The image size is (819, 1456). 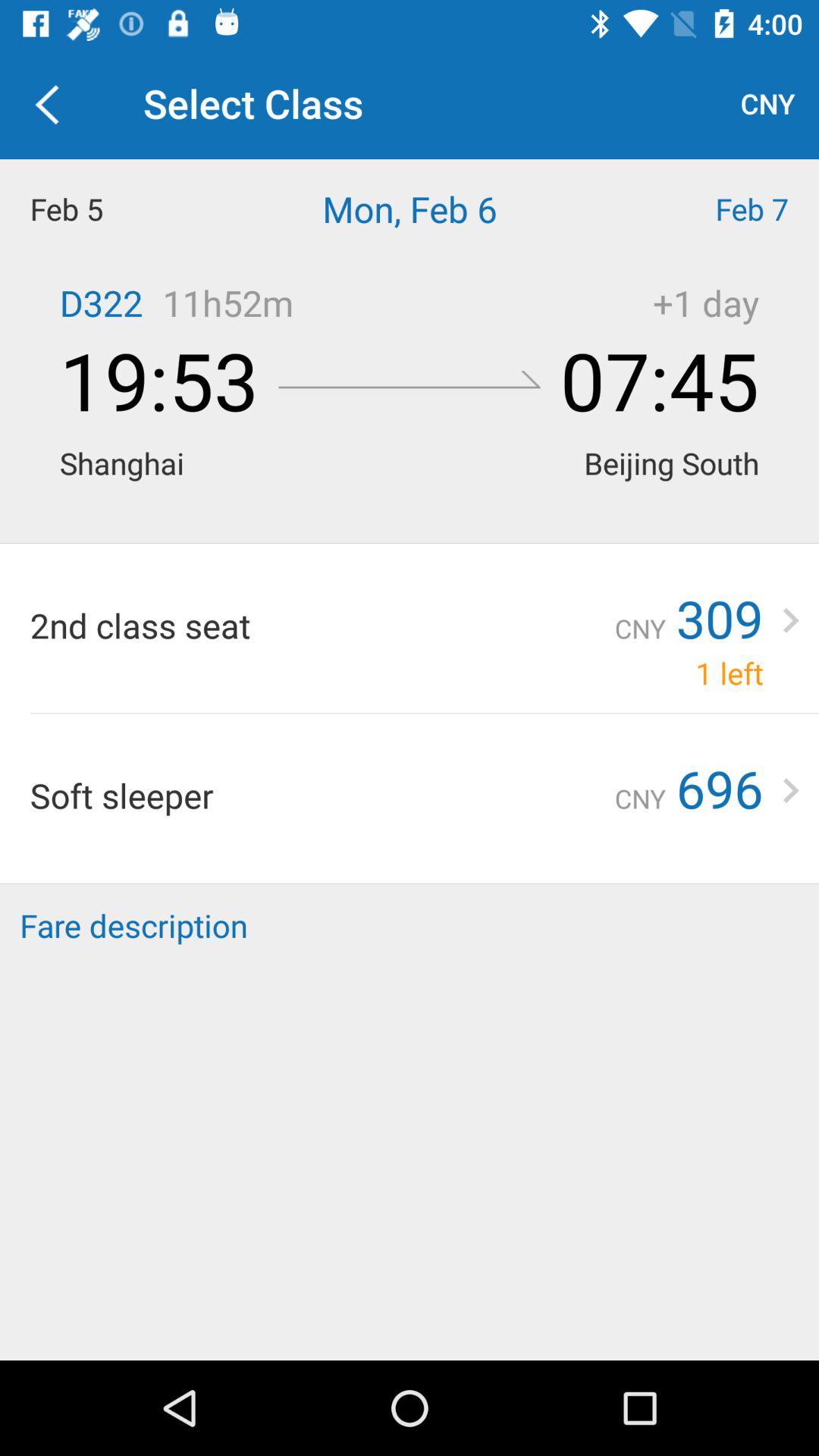 I want to click on the icon to the left of the mon, feb 6 icon, so click(x=102, y=208).